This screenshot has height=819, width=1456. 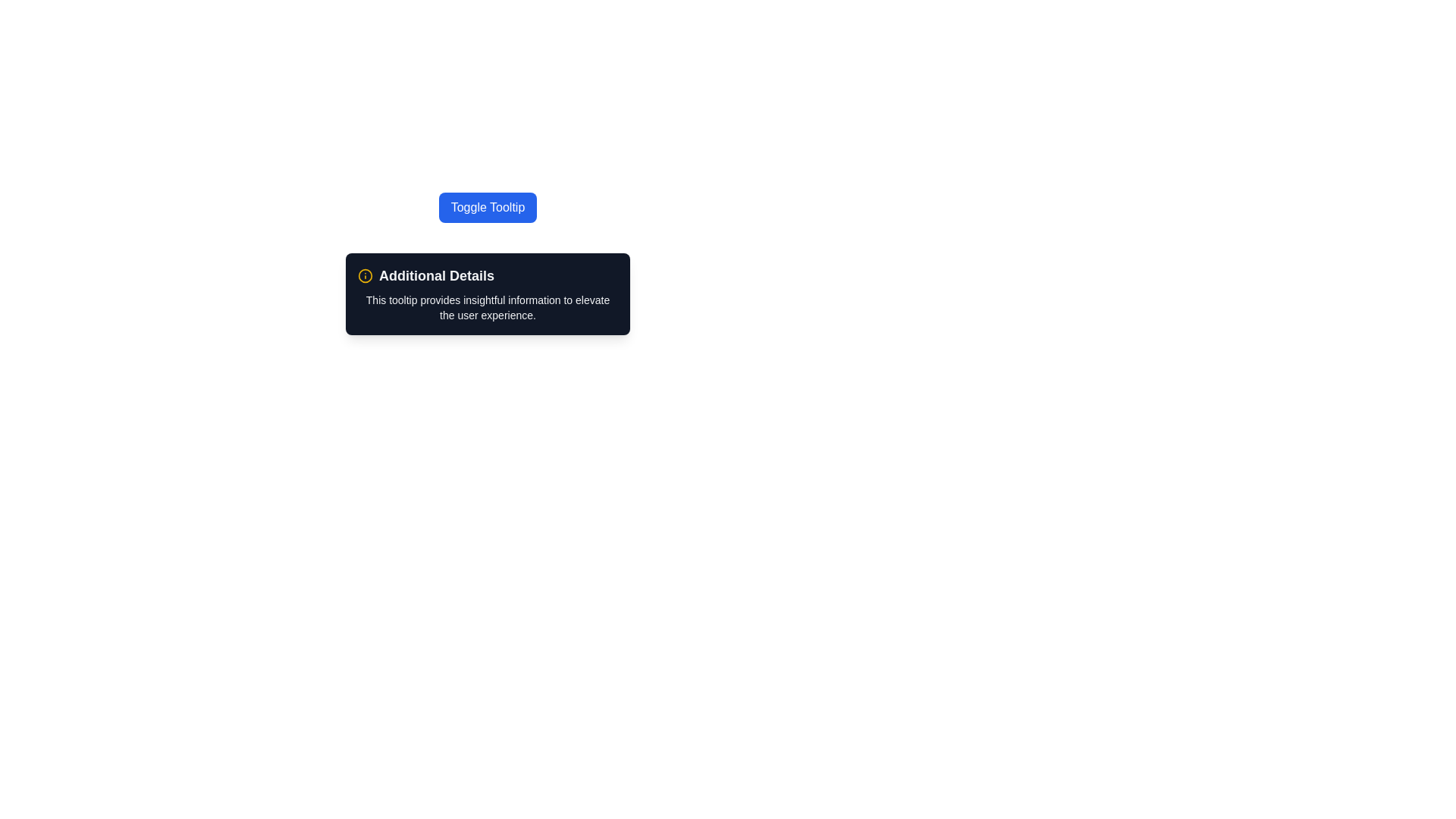 What do you see at coordinates (488, 207) in the screenshot?
I see `the button located above the tooltip section` at bounding box center [488, 207].